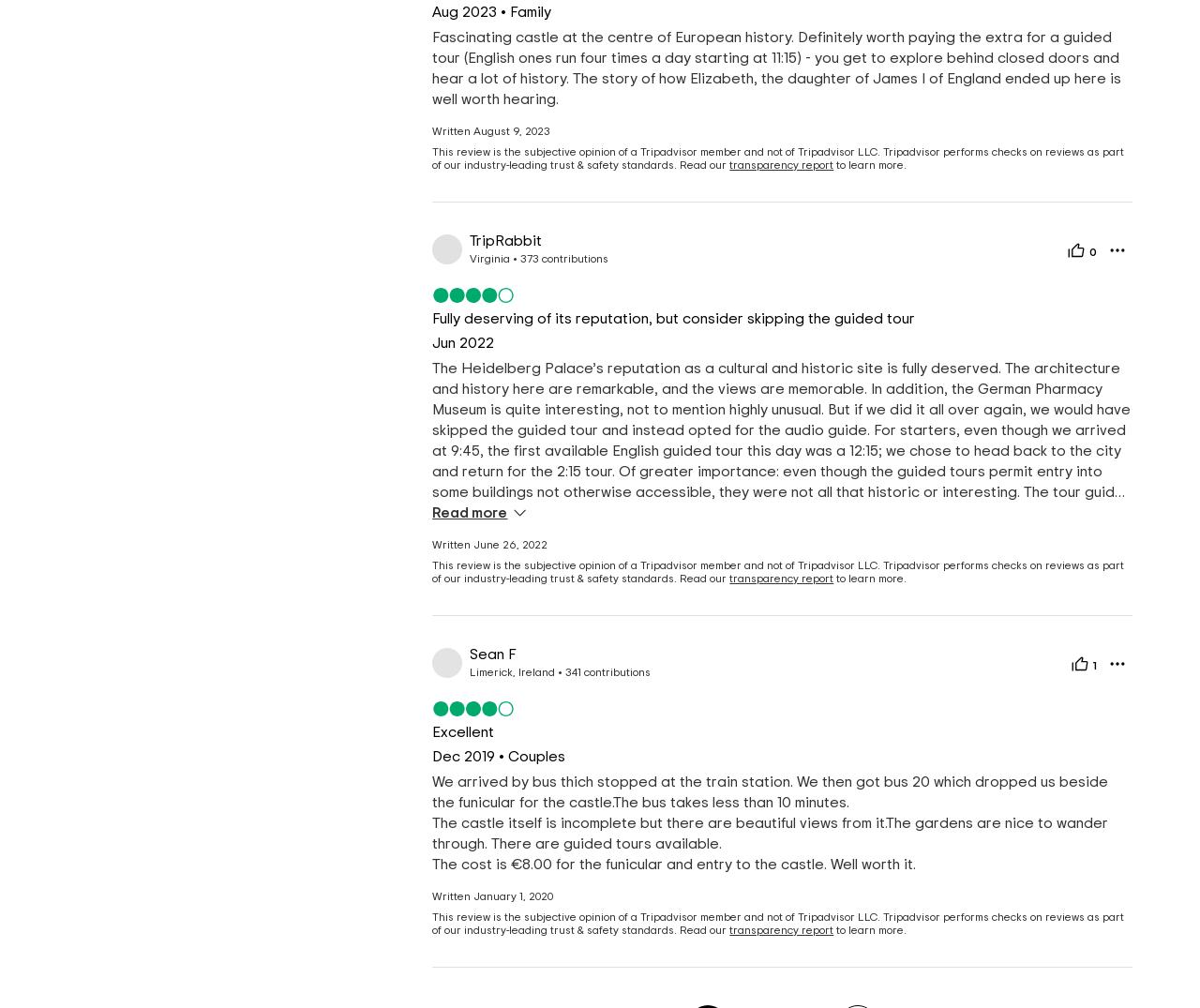  Describe the element at coordinates (781, 460) in the screenshot. I see `'The Heidelberg Palace’s reputation as a cultural and historic site is fully deserved. The architecture and history here are remarkable, and the views are memorable. In addition, the German Pharmacy Museum is quite interesting, not to mention highly unusual. But if we did it all over again, we would have skipped the guided tour and instead opted for the audio guide. For starters, even though we arrived at 9:45, the first available English guided tour this day was a 12:15; we chose to head back to the city and return for the 2:15 tour. Of greater importance: even though the guided tours permit entry into some buildings not otherwise accessible, they were not all that historic or interesting.  The tour guide was exceptionally knowledgeable about all matters historical, and if you are into the many intricate details covering centuries of kings and conflict, the guided tour may be for you. As for me, I’ll go with the audio guide if I return for a second visit.'` at that location.